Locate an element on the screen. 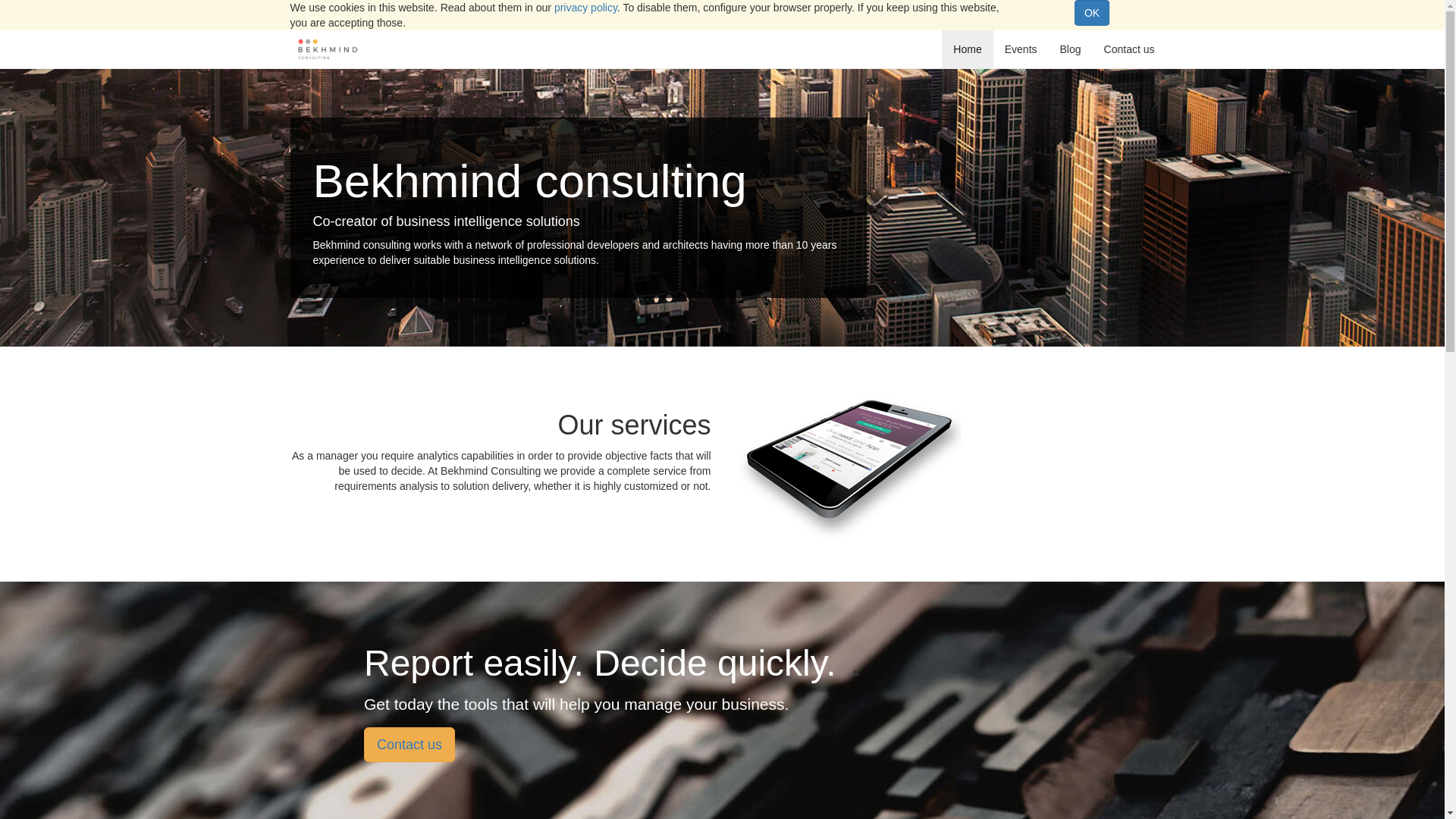  'OK' is located at coordinates (1092, 12).